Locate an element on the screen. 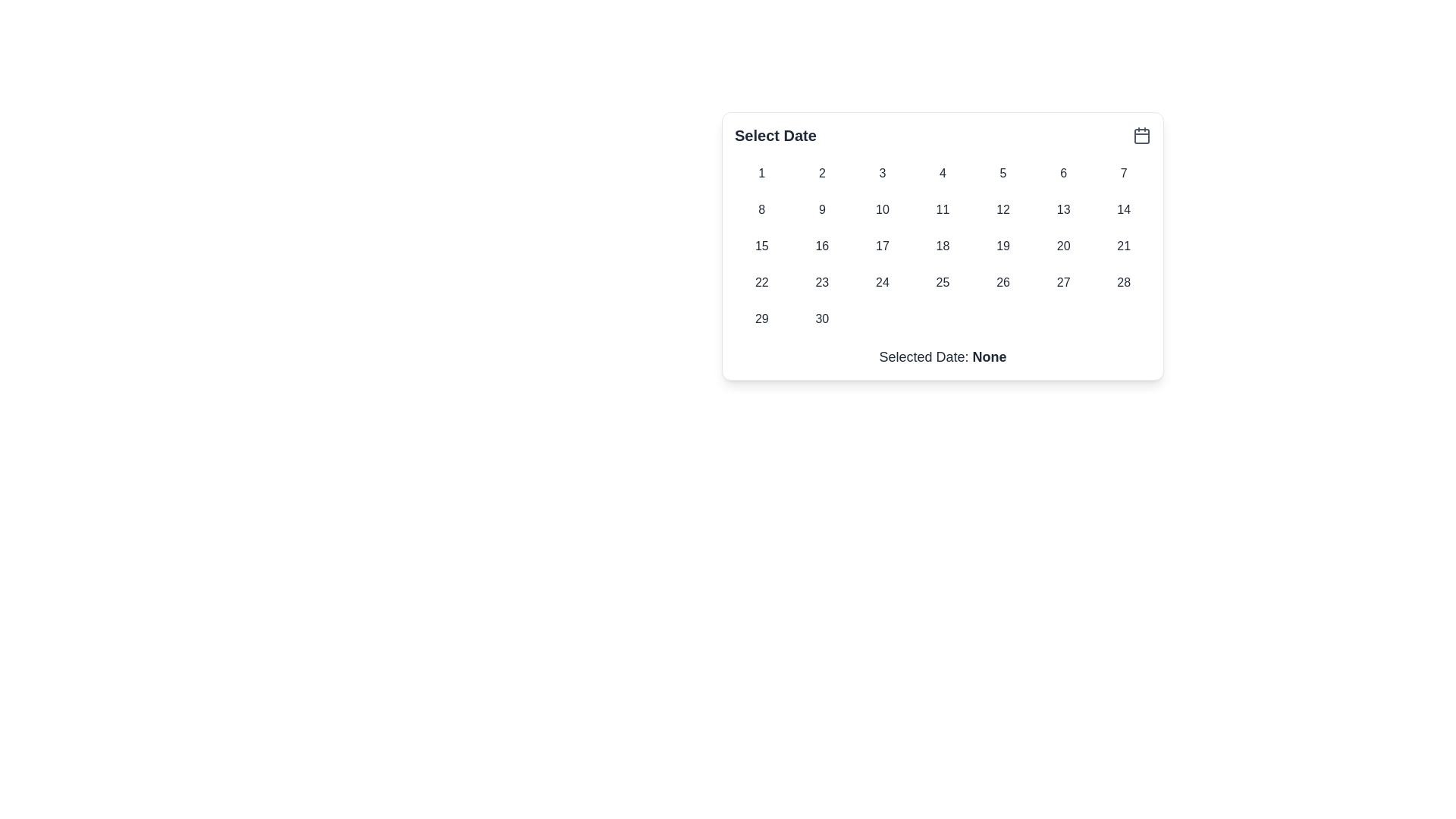  the selectable date button '29' in the calendar grid is located at coordinates (761, 318).